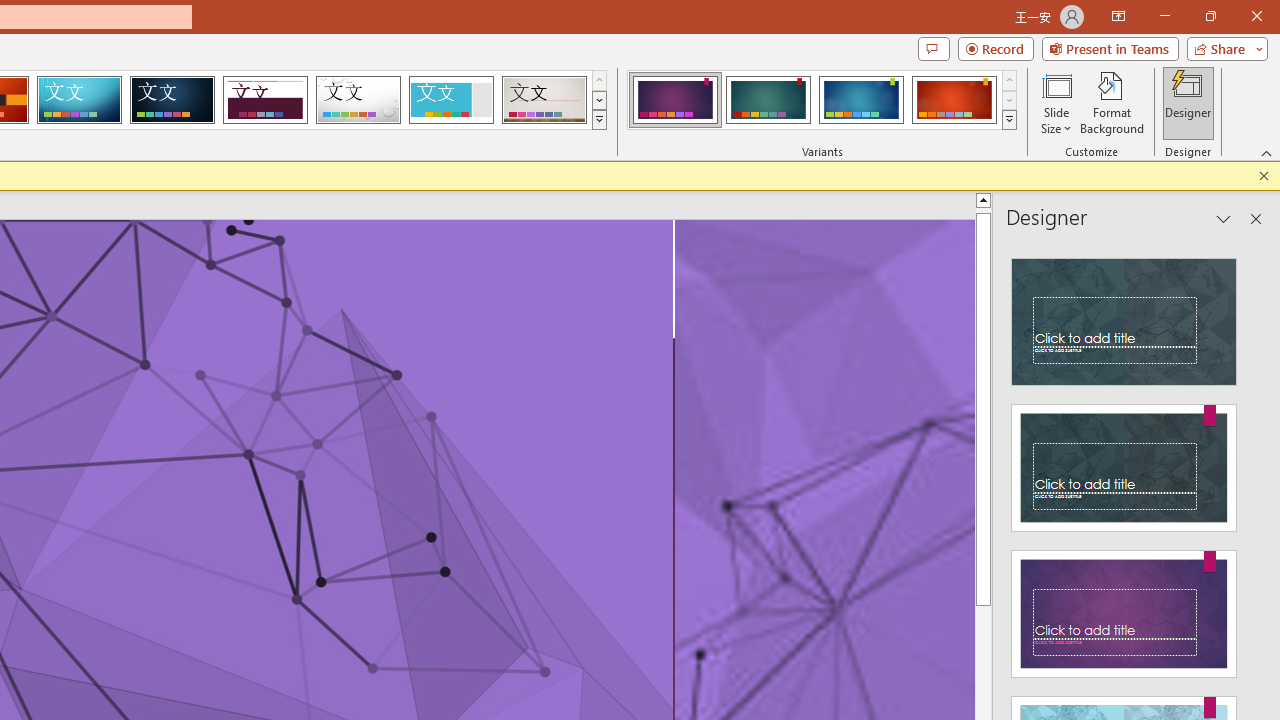 The image size is (1280, 720). I want to click on 'Recommended Design: Design Idea', so click(1124, 315).